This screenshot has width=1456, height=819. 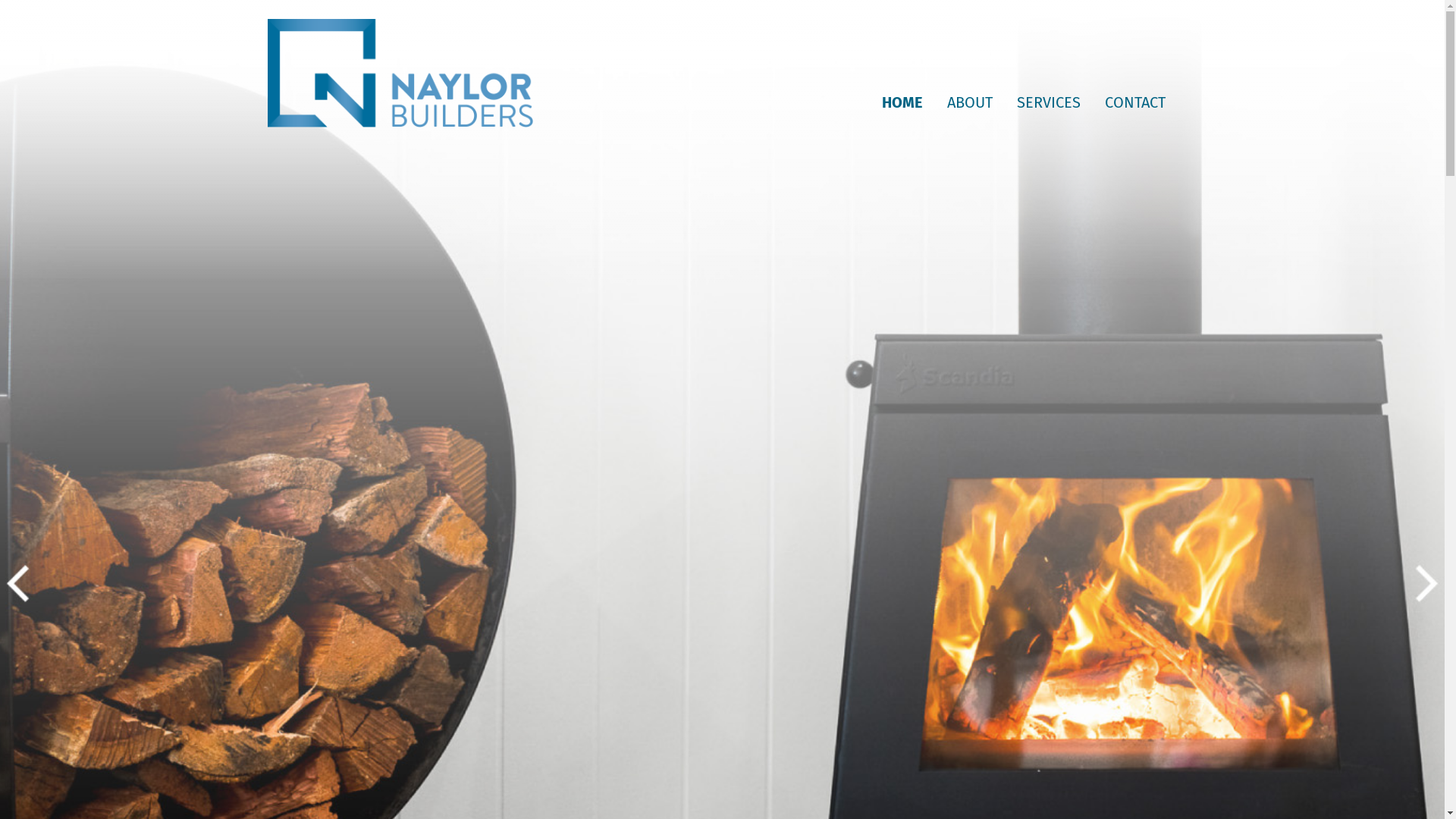 What do you see at coordinates (968, 102) in the screenshot?
I see `'ABOUT'` at bounding box center [968, 102].